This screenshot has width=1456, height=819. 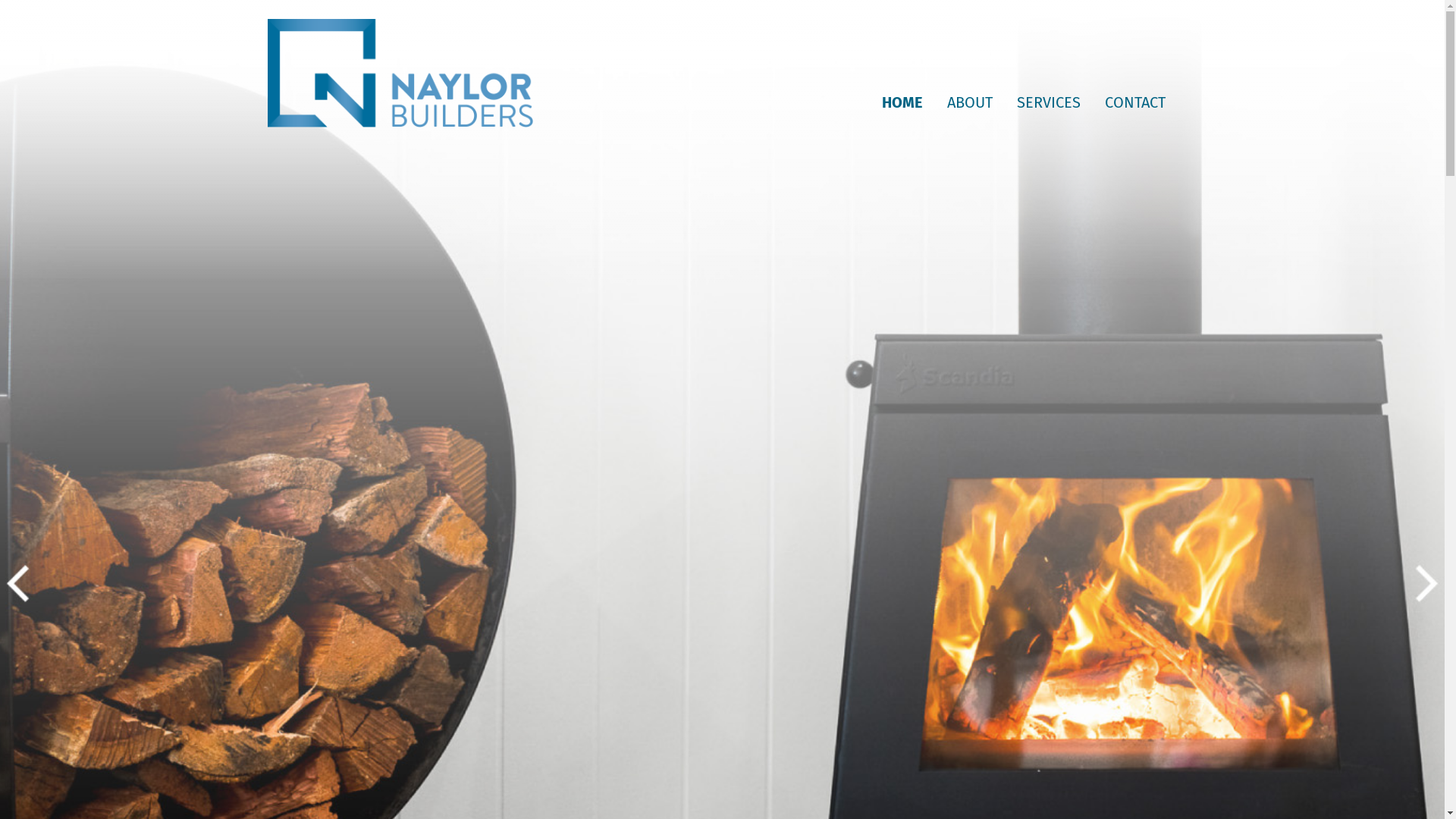 What do you see at coordinates (968, 102) in the screenshot?
I see `'ABOUT'` at bounding box center [968, 102].